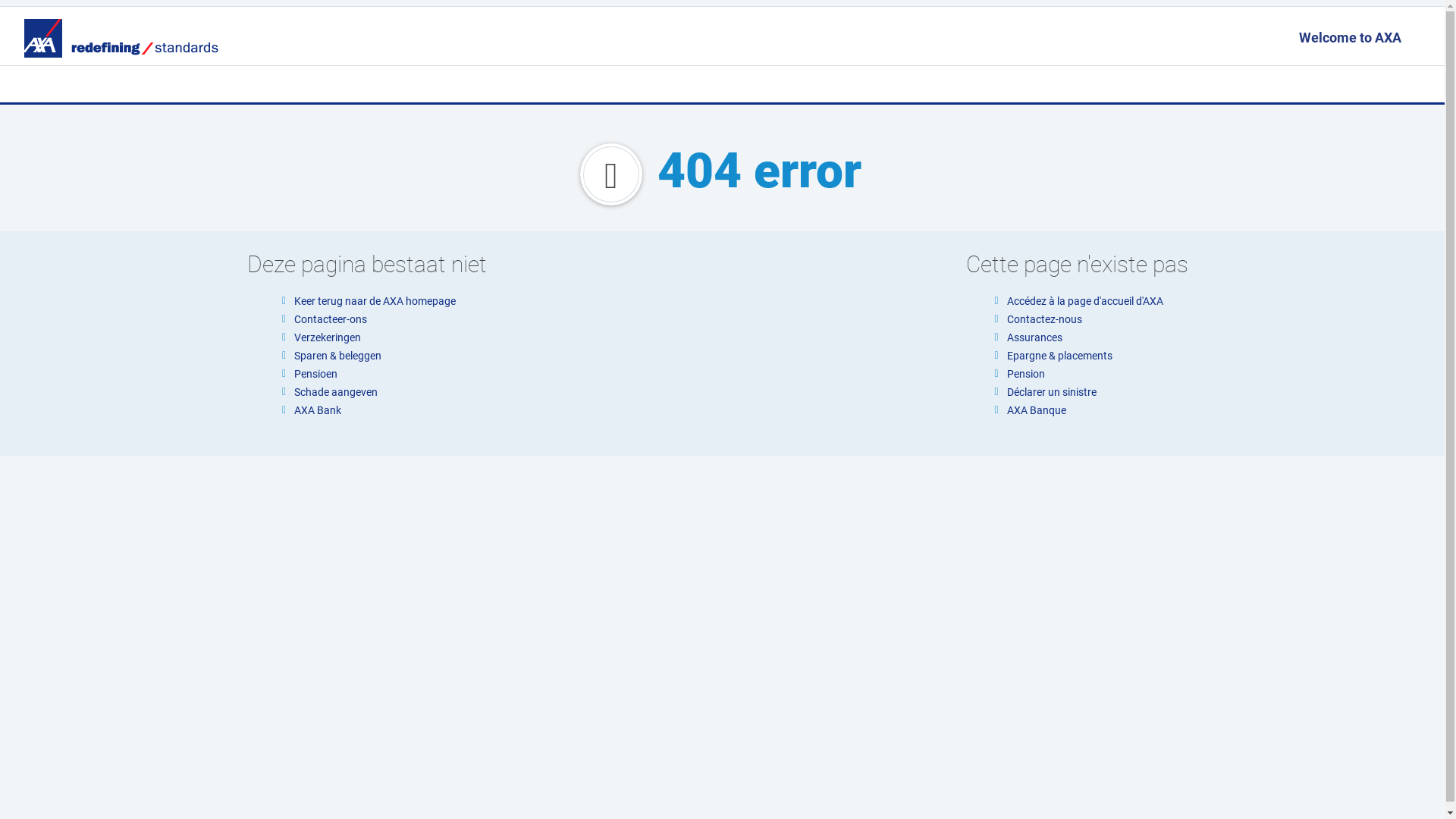 This screenshot has height=819, width=1456. What do you see at coordinates (1026, 374) in the screenshot?
I see `'Pension'` at bounding box center [1026, 374].